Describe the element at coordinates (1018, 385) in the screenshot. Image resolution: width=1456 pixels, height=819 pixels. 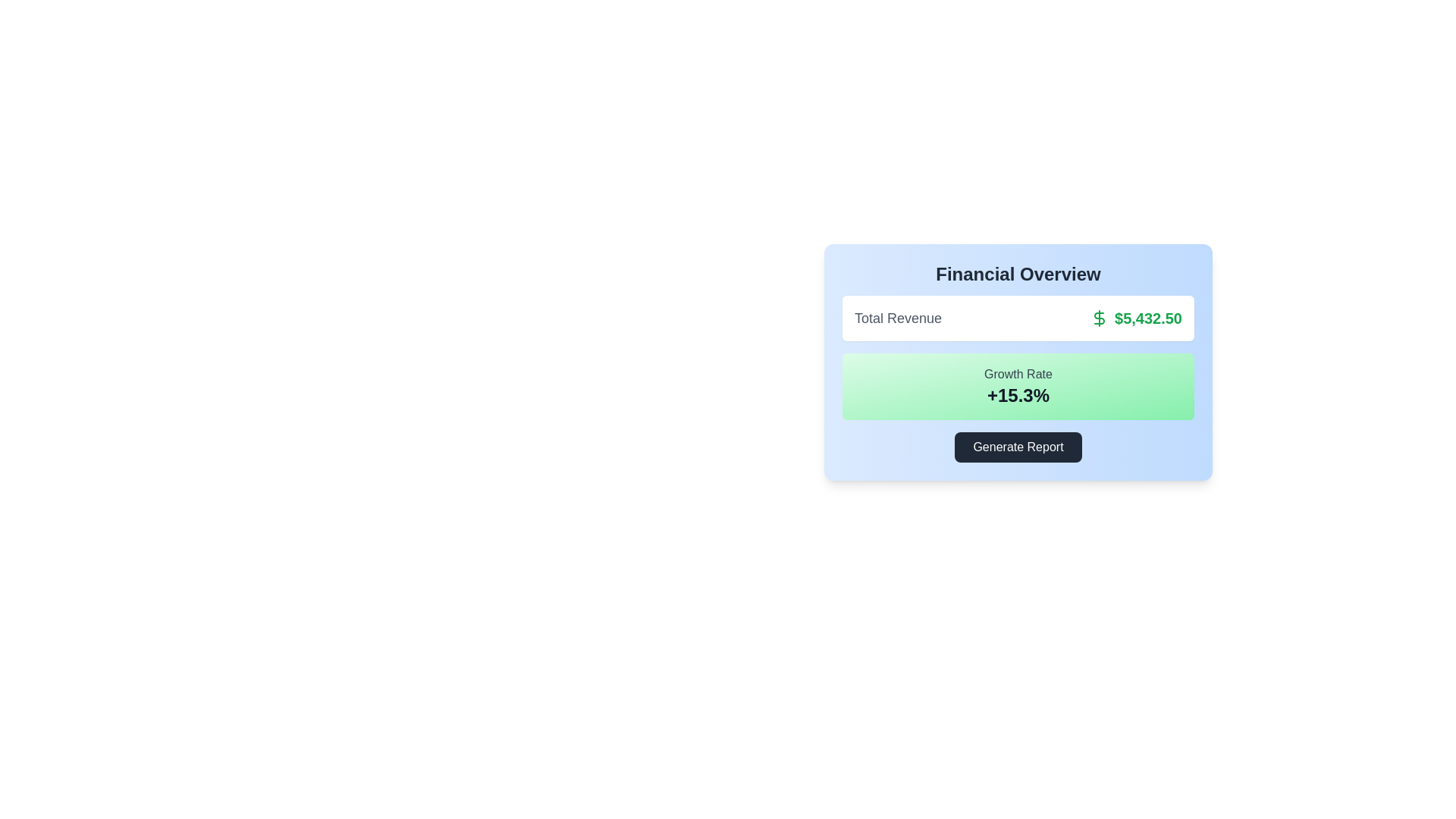
I see `the static information display element that shows the growth rate information, located below the 'Total Revenue' section and above the 'Generate Report' button` at that location.